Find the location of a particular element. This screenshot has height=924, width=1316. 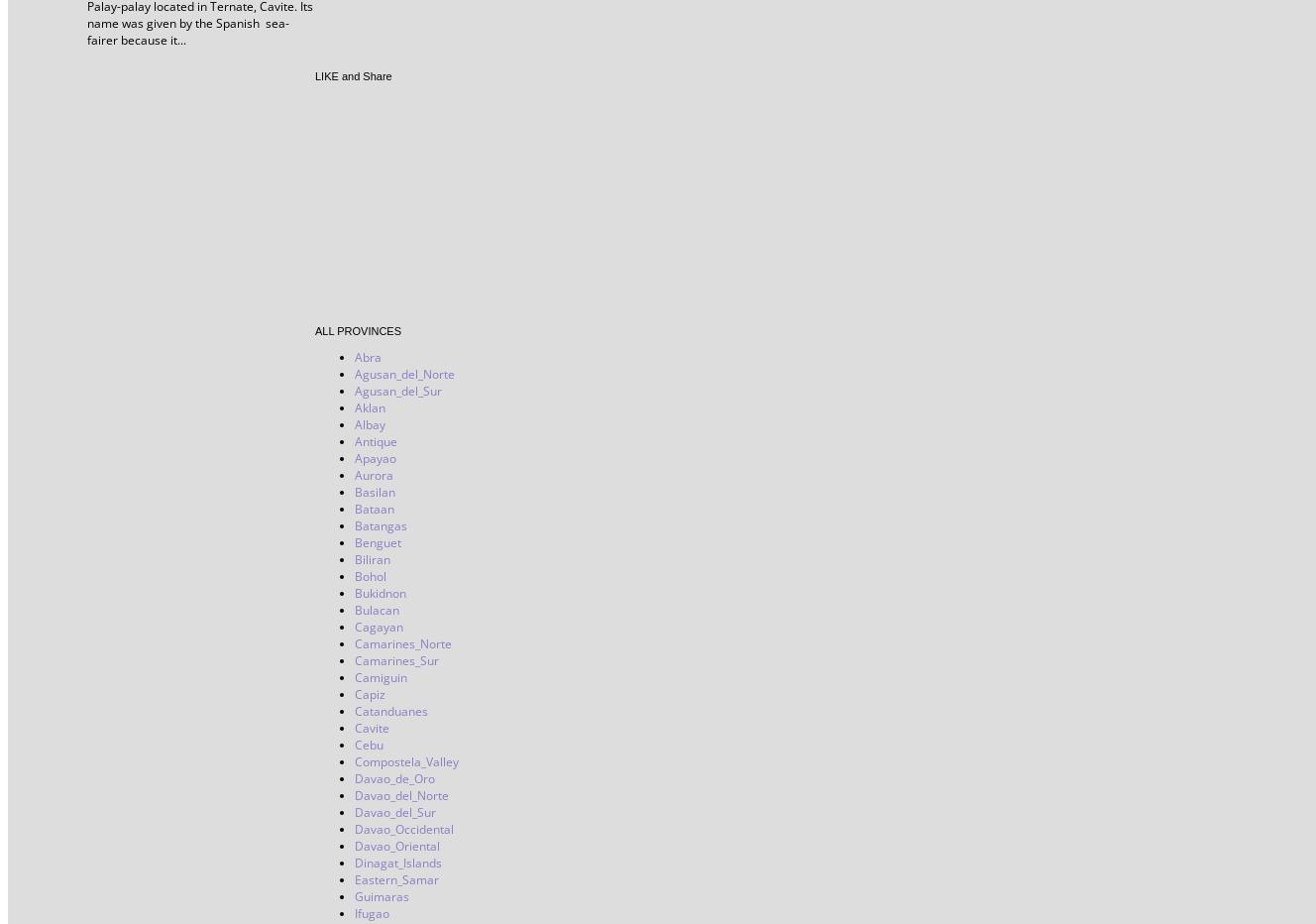

'Davao_Occidental' is located at coordinates (354, 828).